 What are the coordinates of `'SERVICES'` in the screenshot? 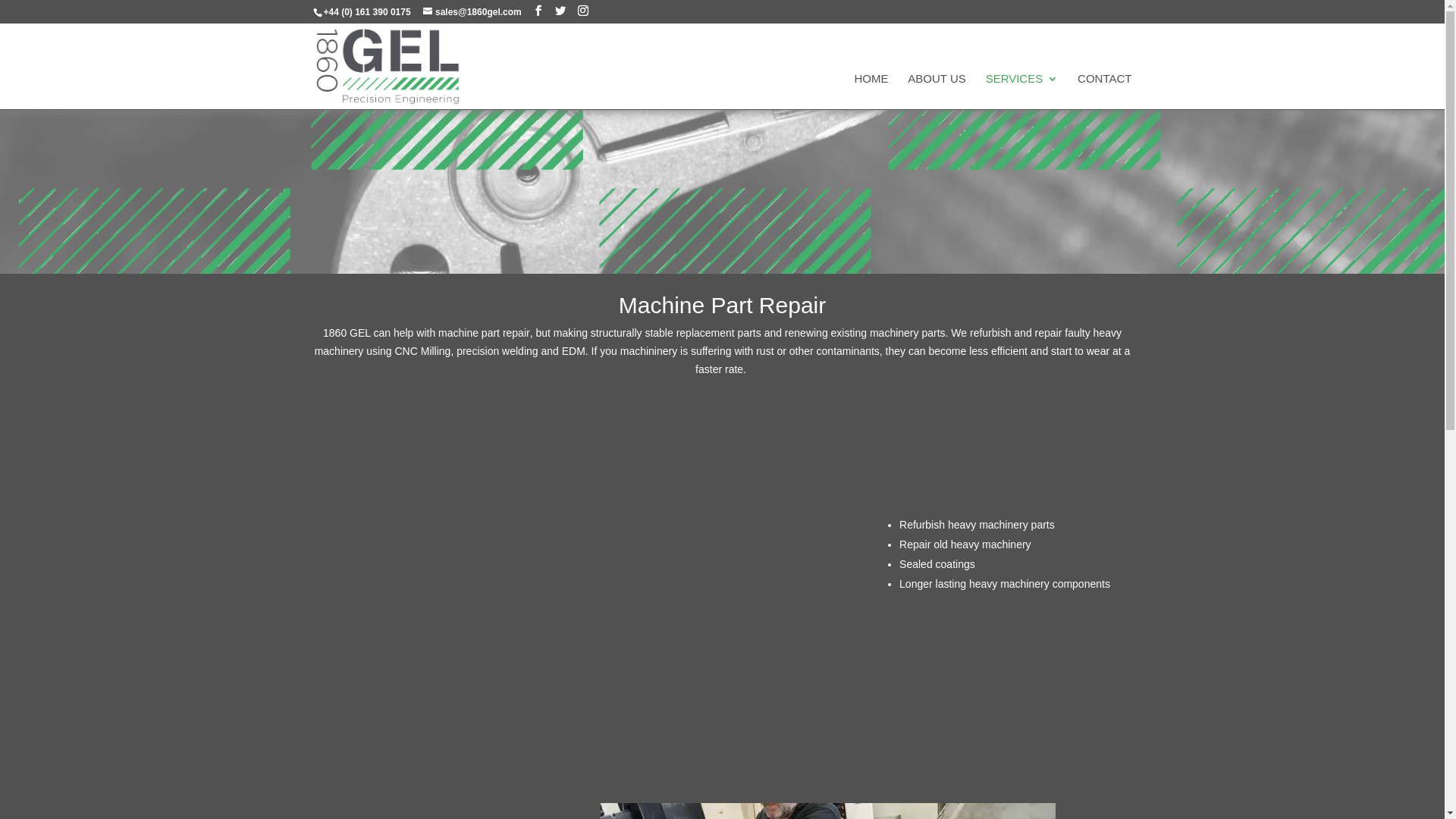 It's located at (986, 91).